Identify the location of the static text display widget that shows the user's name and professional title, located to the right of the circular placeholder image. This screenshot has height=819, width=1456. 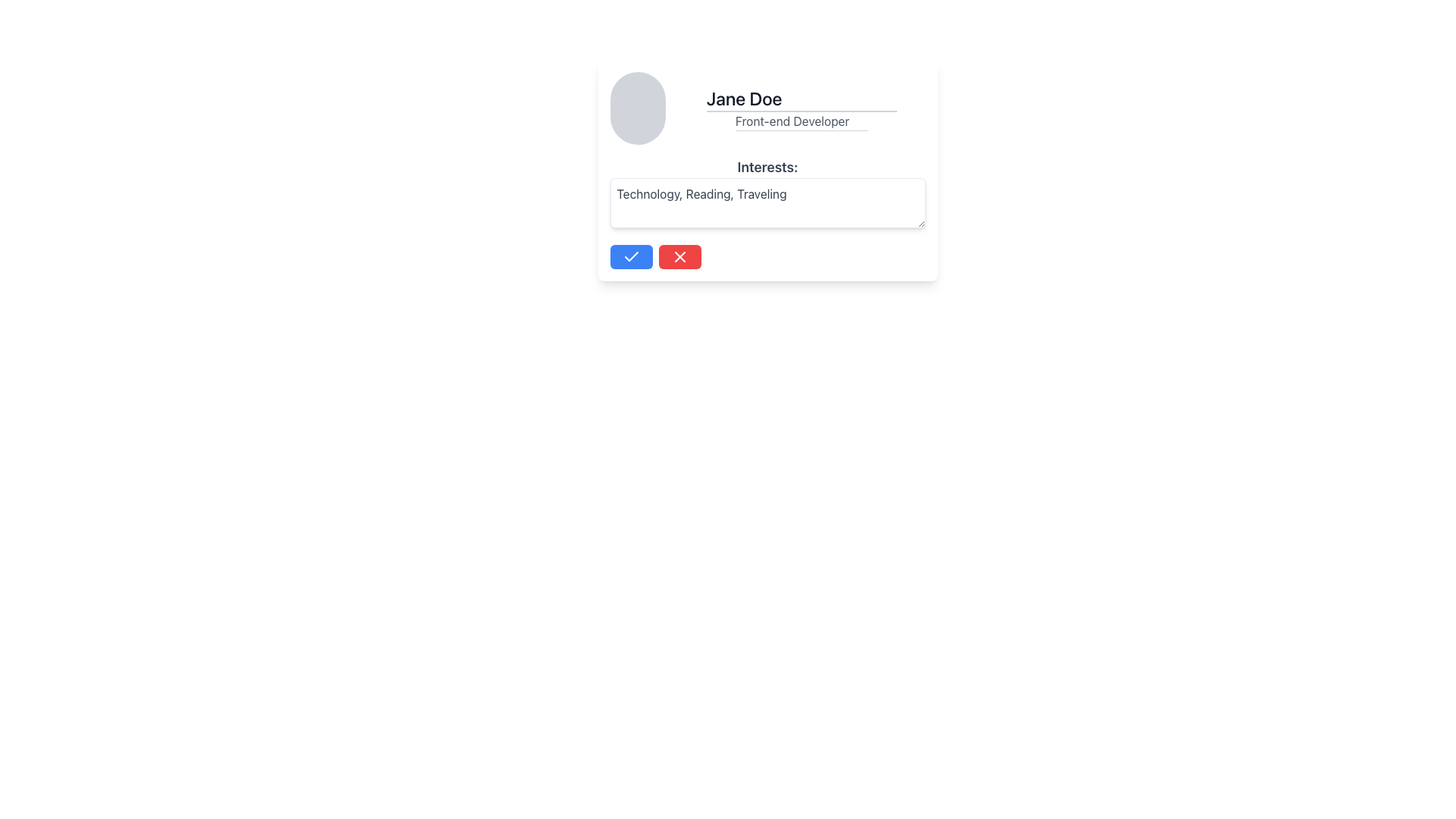
(801, 107).